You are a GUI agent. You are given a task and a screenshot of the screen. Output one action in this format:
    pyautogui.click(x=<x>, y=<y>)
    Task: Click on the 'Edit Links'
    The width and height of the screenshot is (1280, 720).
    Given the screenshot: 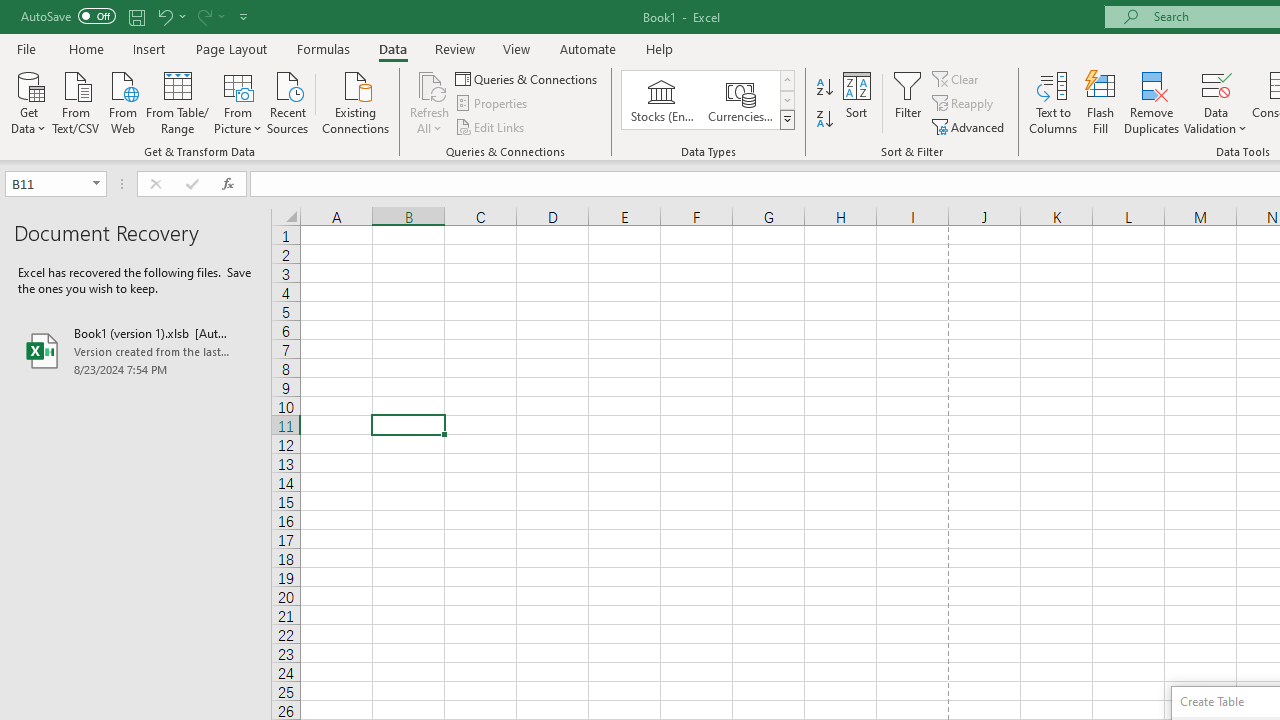 What is the action you would take?
    pyautogui.click(x=491, y=127)
    